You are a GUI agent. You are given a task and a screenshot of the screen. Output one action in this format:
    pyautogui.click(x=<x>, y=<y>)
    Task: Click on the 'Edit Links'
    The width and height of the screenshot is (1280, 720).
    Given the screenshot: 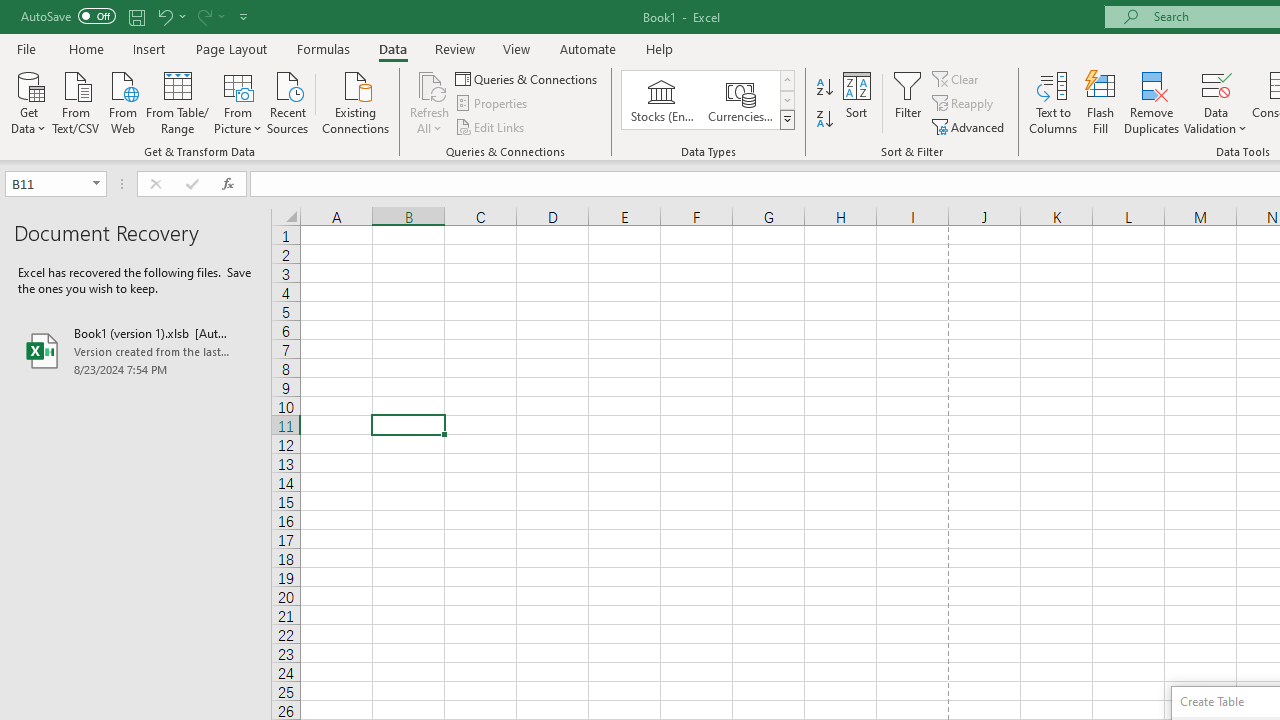 What is the action you would take?
    pyautogui.click(x=491, y=127)
    